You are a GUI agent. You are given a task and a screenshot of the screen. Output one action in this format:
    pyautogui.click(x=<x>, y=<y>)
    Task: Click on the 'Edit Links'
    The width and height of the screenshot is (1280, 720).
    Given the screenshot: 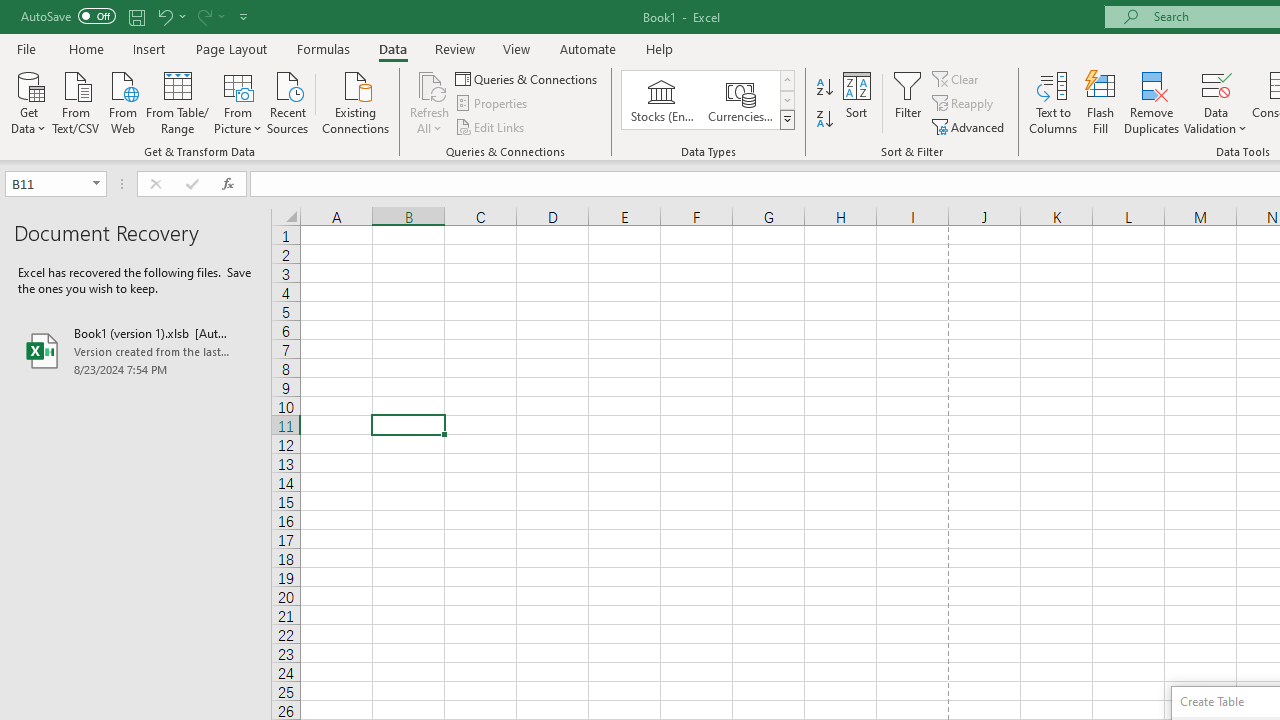 What is the action you would take?
    pyautogui.click(x=491, y=127)
    